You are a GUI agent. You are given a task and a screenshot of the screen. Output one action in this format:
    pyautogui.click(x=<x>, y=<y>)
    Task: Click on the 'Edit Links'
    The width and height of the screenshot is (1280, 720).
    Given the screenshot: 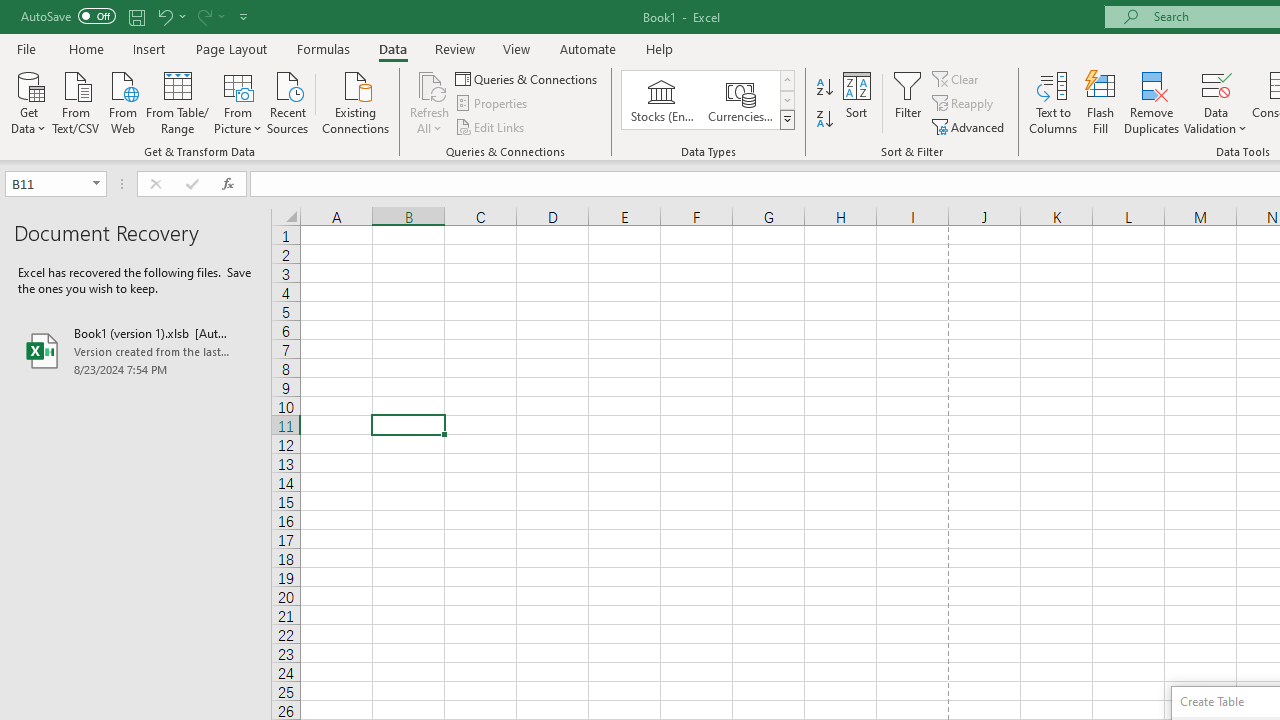 What is the action you would take?
    pyautogui.click(x=491, y=127)
    